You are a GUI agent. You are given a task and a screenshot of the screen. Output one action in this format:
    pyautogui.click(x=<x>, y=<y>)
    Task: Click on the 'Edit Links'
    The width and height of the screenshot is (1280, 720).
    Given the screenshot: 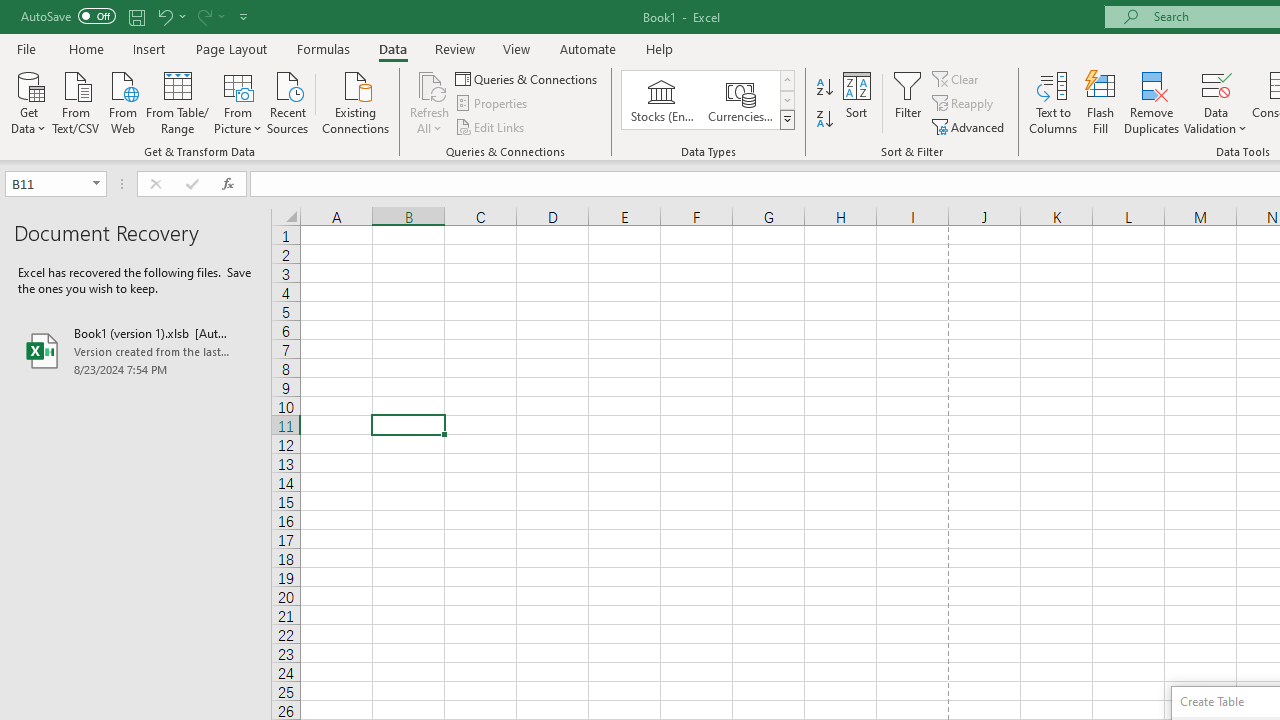 What is the action you would take?
    pyautogui.click(x=491, y=127)
    